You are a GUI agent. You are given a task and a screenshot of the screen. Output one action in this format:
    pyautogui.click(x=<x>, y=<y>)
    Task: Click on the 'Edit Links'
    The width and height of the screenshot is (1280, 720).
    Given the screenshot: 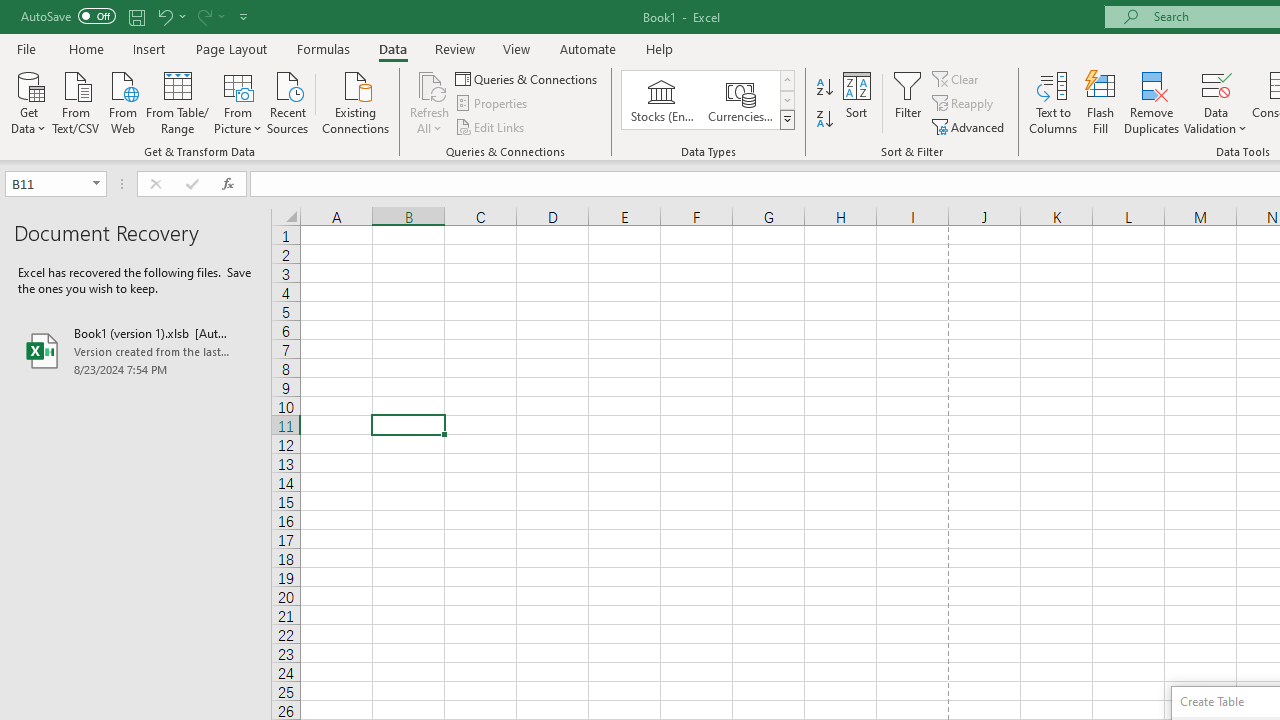 What is the action you would take?
    pyautogui.click(x=491, y=127)
    